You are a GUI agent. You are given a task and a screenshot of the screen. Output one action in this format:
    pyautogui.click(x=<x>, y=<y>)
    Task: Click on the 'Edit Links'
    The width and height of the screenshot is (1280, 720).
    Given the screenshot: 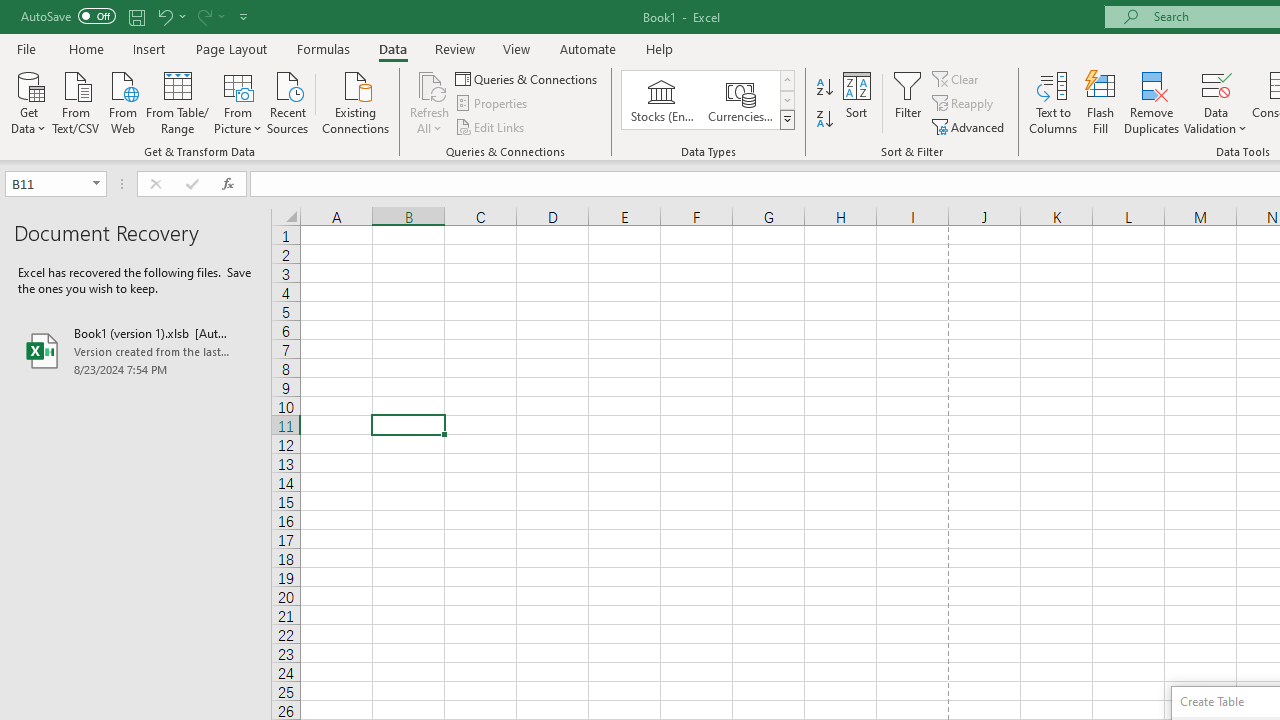 What is the action you would take?
    pyautogui.click(x=491, y=127)
    